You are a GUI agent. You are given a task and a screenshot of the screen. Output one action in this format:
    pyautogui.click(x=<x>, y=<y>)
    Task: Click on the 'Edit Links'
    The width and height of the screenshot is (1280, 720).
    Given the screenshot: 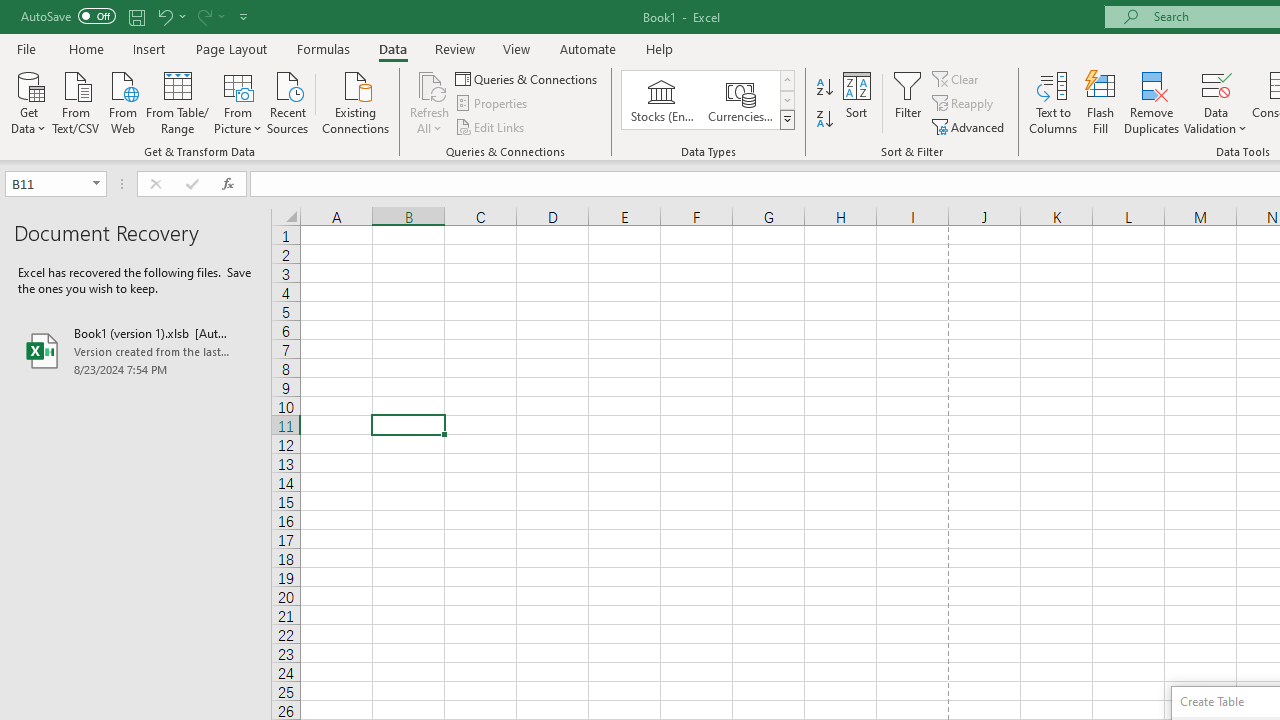 What is the action you would take?
    pyautogui.click(x=491, y=127)
    